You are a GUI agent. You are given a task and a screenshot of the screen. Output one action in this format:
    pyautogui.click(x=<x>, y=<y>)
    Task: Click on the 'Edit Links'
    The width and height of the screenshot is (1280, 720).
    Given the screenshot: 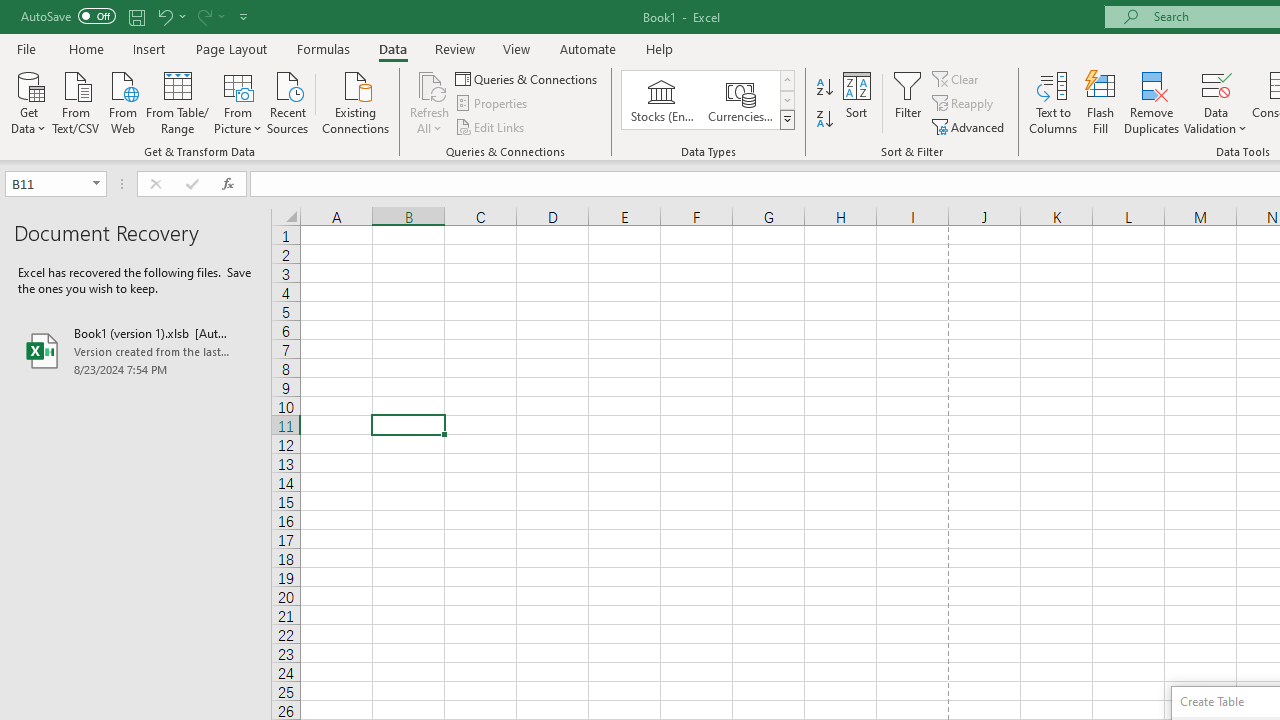 What is the action you would take?
    pyautogui.click(x=491, y=127)
    